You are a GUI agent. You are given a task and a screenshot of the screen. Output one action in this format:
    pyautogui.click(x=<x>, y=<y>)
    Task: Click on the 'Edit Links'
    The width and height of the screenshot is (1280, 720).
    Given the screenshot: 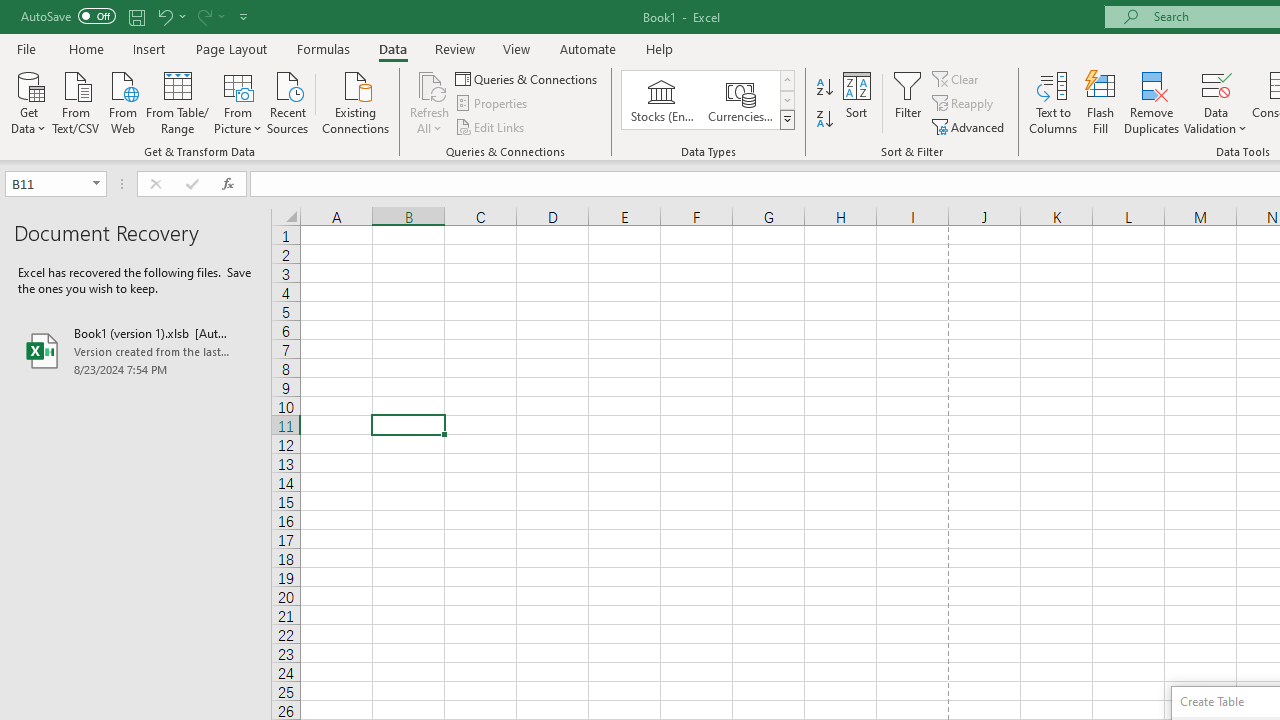 What is the action you would take?
    pyautogui.click(x=491, y=127)
    